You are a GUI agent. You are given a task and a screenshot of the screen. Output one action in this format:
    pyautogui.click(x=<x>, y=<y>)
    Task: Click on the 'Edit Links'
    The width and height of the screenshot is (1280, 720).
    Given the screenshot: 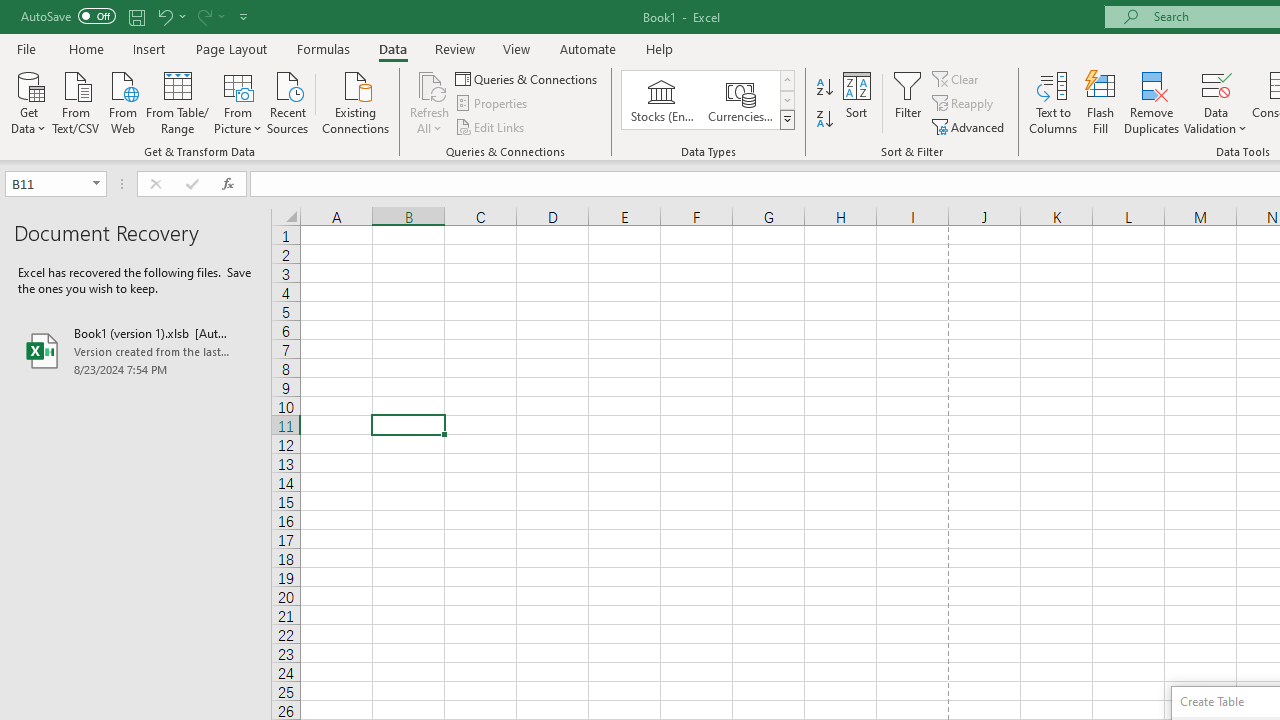 What is the action you would take?
    pyautogui.click(x=491, y=127)
    